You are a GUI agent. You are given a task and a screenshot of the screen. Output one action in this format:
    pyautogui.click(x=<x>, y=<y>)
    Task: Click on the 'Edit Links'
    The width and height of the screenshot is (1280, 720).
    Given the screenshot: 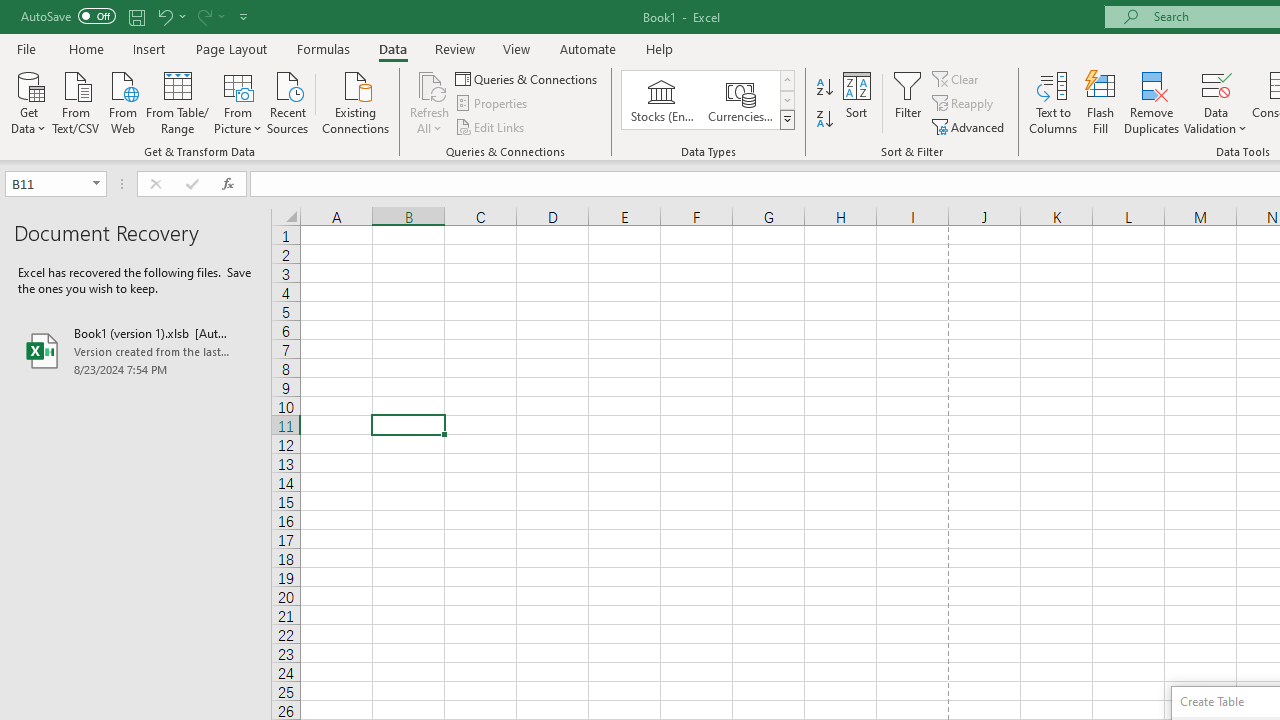 What is the action you would take?
    pyautogui.click(x=491, y=127)
    